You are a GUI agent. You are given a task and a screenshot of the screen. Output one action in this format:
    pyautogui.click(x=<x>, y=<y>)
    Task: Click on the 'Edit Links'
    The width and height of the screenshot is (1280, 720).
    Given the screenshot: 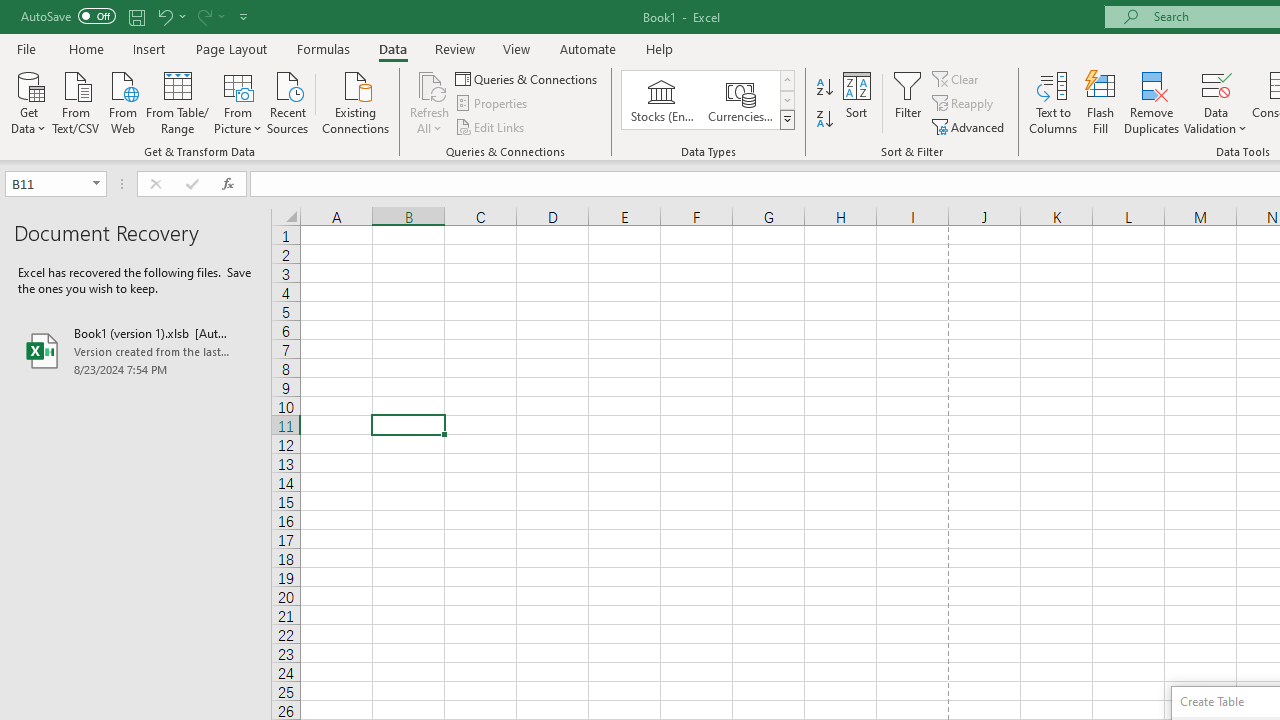 What is the action you would take?
    pyautogui.click(x=491, y=127)
    